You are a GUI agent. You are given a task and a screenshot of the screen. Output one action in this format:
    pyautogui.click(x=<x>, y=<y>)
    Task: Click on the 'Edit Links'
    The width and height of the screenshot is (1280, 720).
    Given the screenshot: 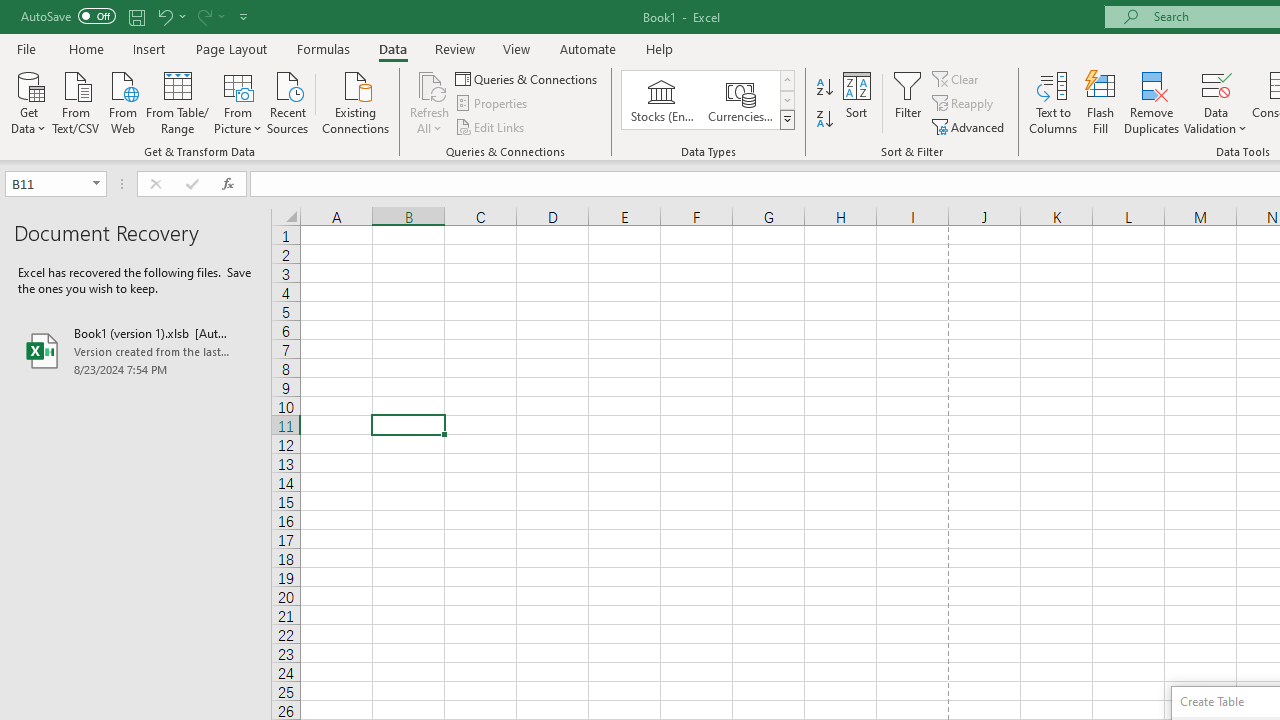 What is the action you would take?
    pyautogui.click(x=491, y=127)
    